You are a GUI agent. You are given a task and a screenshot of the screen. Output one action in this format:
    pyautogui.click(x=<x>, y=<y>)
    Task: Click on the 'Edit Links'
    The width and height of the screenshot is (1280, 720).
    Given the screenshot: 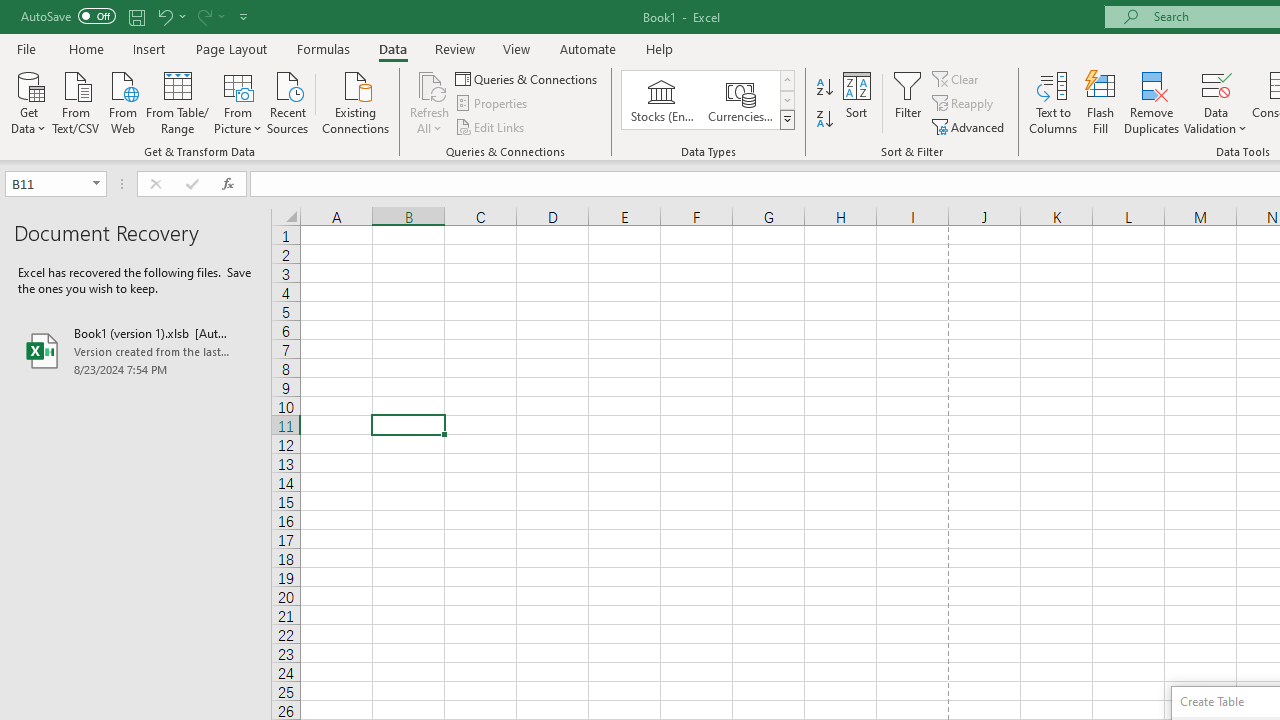 What is the action you would take?
    pyautogui.click(x=491, y=127)
    